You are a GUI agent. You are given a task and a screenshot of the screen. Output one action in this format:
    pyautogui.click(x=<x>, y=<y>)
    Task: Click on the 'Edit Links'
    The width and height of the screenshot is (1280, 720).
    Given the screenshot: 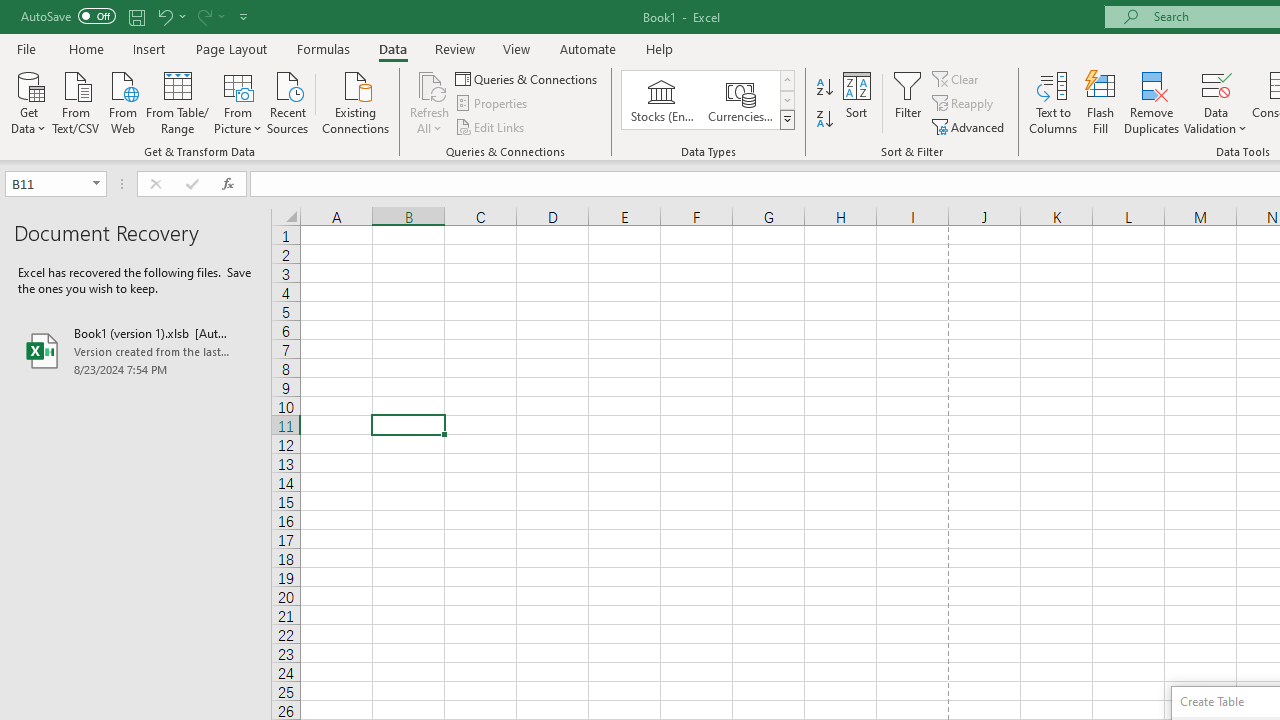 What is the action you would take?
    pyautogui.click(x=491, y=127)
    